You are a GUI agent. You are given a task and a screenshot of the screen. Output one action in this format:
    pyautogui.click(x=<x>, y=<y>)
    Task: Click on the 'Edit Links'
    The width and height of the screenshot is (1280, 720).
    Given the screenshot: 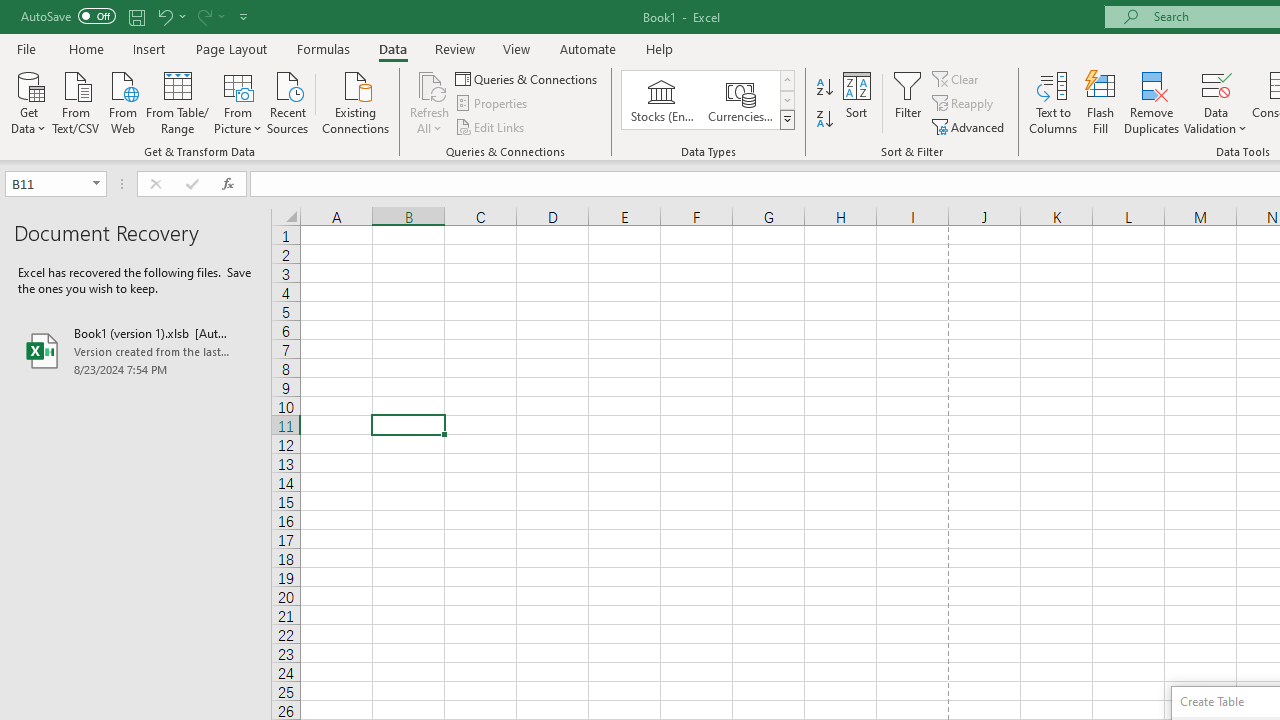 What is the action you would take?
    pyautogui.click(x=491, y=127)
    